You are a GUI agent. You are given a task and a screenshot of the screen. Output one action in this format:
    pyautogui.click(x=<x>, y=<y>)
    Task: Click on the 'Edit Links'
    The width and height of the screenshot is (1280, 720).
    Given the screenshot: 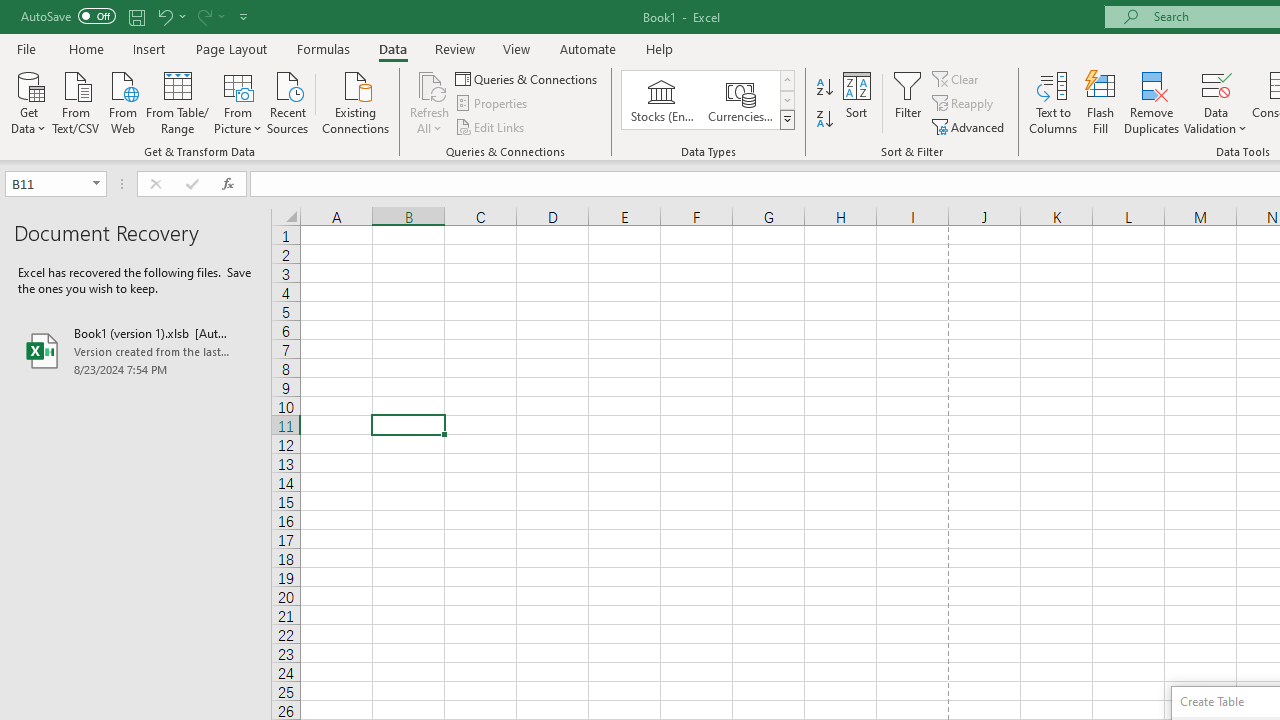 What is the action you would take?
    pyautogui.click(x=491, y=127)
    